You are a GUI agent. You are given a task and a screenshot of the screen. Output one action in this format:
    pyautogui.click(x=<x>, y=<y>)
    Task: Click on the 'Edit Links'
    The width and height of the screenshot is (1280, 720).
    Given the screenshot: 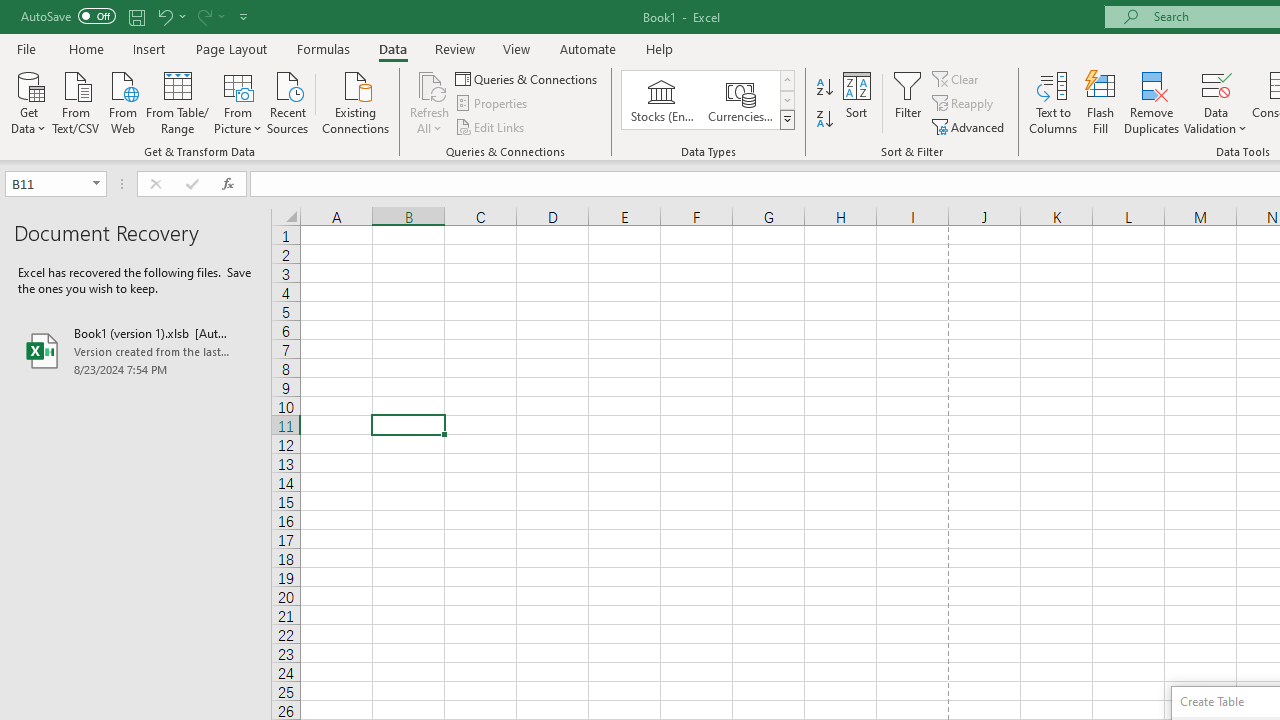 What is the action you would take?
    pyautogui.click(x=491, y=127)
    